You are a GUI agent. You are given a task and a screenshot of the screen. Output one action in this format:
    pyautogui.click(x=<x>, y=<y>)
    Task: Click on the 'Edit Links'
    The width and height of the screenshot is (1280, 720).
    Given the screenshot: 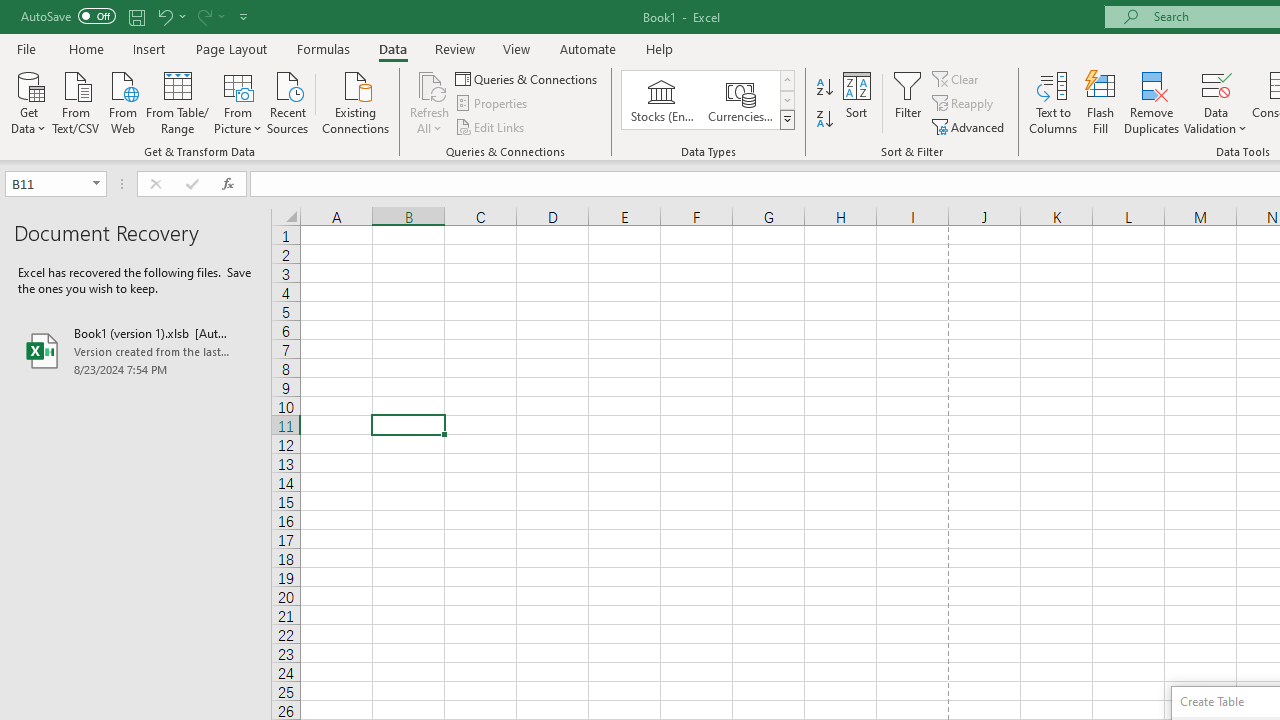 What is the action you would take?
    pyautogui.click(x=491, y=127)
    